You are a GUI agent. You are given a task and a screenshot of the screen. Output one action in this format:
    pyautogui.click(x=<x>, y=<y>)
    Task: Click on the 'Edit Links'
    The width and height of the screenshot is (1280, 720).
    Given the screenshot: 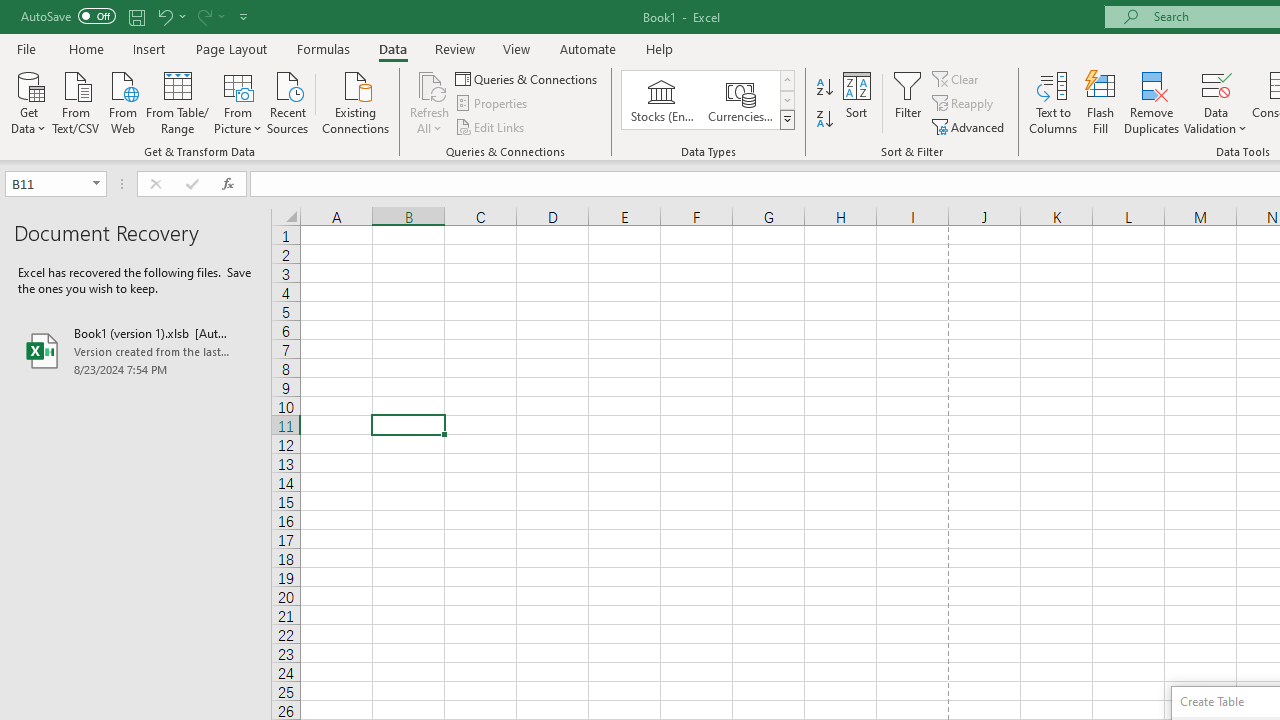 What is the action you would take?
    pyautogui.click(x=491, y=127)
    